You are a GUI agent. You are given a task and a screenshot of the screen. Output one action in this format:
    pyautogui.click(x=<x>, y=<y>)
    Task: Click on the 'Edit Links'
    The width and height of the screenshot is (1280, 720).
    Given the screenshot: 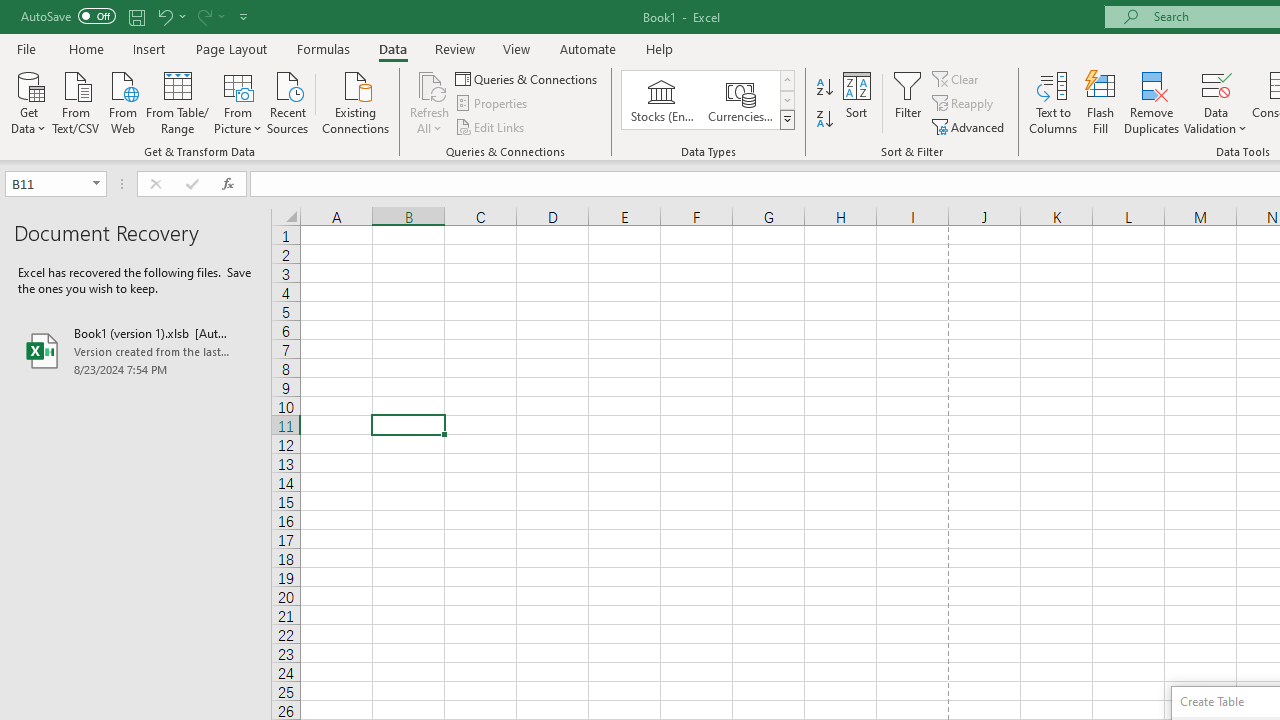 What is the action you would take?
    pyautogui.click(x=491, y=127)
    